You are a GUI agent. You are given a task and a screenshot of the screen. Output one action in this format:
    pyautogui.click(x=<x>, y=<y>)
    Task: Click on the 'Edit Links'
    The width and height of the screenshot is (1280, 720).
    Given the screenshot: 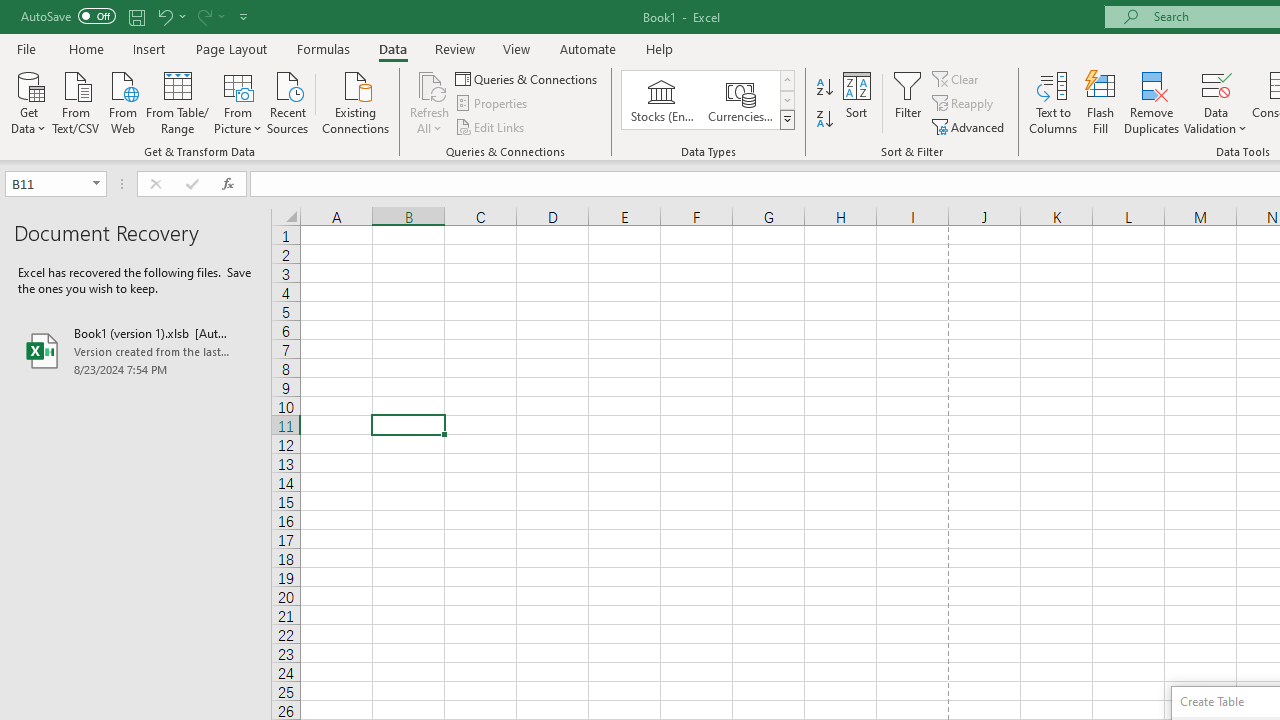 What is the action you would take?
    pyautogui.click(x=491, y=127)
    